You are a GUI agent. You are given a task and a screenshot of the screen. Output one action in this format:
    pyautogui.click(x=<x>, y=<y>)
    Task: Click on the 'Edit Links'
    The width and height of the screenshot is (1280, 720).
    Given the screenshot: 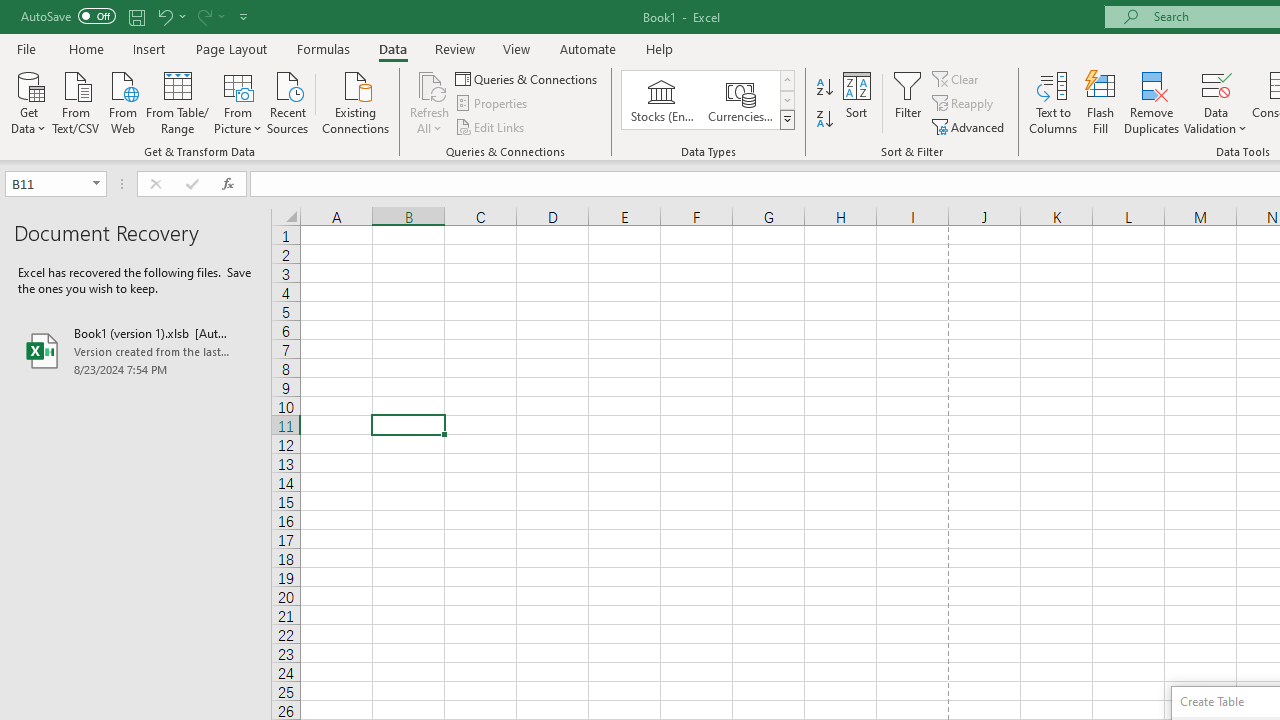 What is the action you would take?
    pyautogui.click(x=491, y=127)
    